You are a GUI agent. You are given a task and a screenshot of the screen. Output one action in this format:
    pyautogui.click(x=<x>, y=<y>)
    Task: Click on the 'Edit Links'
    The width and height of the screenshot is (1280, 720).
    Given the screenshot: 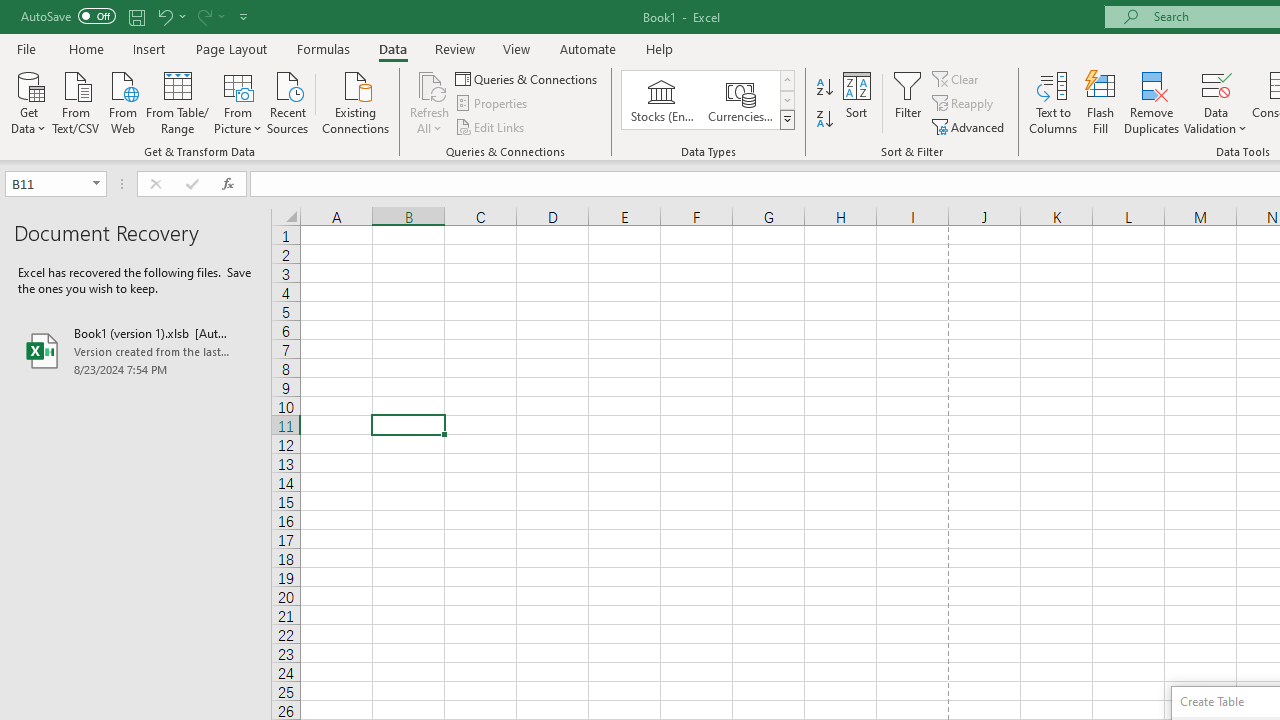 What is the action you would take?
    pyautogui.click(x=491, y=127)
    